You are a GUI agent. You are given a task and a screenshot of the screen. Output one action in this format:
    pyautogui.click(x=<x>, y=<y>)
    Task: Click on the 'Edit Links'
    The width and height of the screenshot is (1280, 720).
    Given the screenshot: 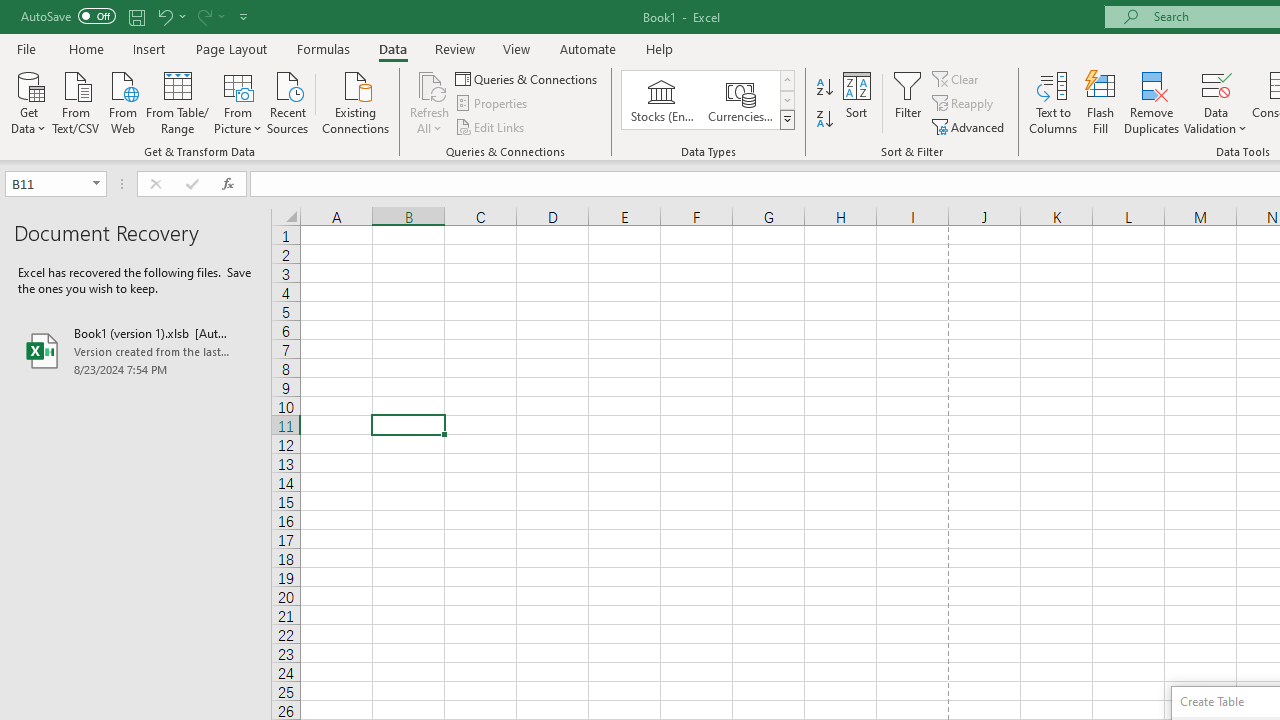 What is the action you would take?
    pyautogui.click(x=491, y=127)
    